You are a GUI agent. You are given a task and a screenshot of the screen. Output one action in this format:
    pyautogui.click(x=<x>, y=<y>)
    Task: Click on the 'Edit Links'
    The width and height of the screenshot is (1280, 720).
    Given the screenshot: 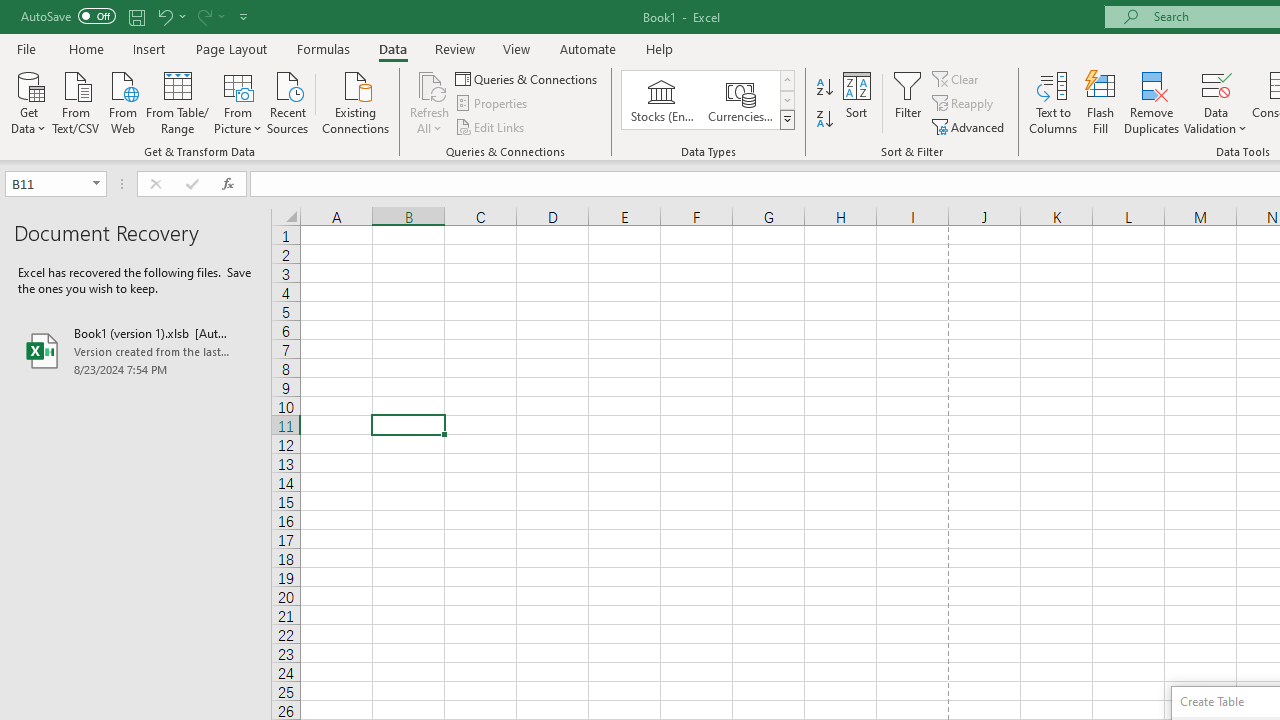 What is the action you would take?
    pyautogui.click(x=491, y=127)
    